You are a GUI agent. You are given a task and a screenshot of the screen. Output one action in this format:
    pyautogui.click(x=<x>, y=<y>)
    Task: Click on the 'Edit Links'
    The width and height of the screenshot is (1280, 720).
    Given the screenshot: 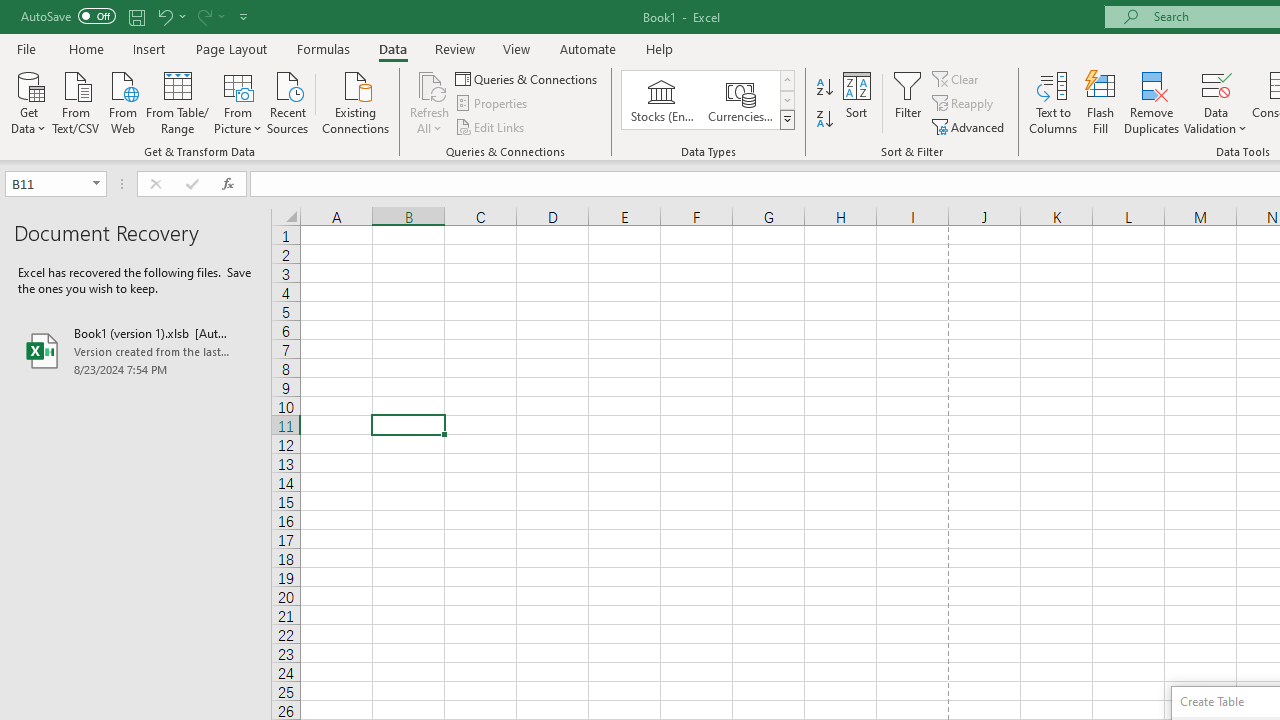 What is the action you would take?
    pyautogui.click(x=491, y=127)
    